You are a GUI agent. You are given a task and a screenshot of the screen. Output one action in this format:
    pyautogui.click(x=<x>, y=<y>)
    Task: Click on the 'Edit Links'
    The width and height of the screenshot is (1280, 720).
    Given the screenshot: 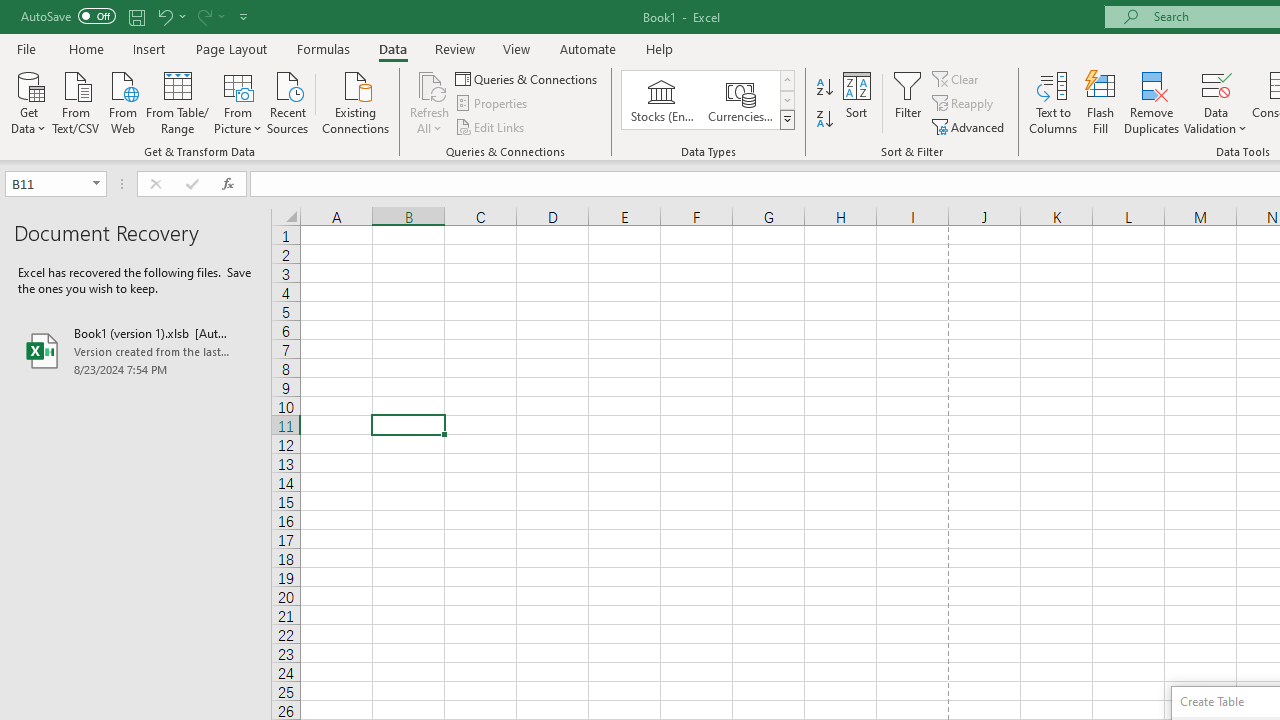 What is the action you would take?
    pyautogui.click(x=491, y=127)
    